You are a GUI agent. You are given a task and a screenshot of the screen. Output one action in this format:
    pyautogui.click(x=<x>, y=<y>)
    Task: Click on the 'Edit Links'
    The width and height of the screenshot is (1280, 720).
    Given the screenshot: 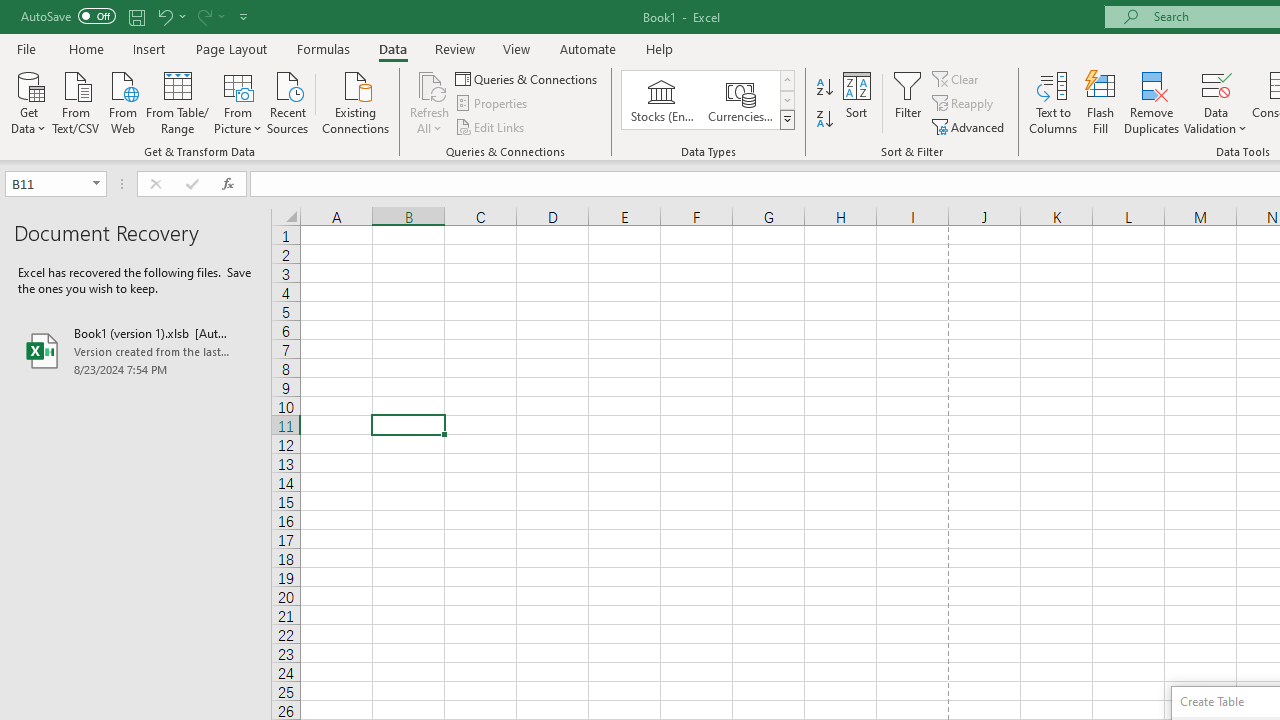 What is the action you would take?
    pyautogui.click(x=491, y=127)
    